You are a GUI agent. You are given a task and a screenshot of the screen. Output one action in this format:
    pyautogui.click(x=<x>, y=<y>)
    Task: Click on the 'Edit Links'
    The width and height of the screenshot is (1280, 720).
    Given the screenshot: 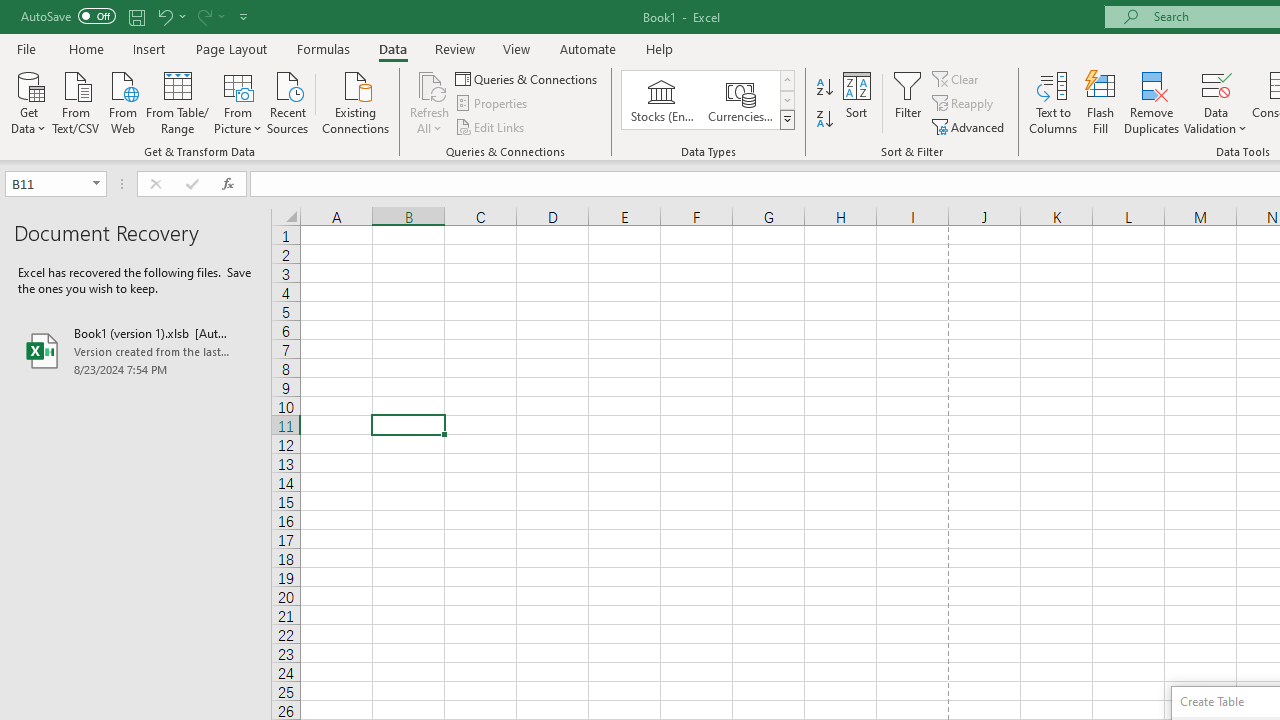 What is the action you would take?
    pyautogui.click(x=491, y=127)
    